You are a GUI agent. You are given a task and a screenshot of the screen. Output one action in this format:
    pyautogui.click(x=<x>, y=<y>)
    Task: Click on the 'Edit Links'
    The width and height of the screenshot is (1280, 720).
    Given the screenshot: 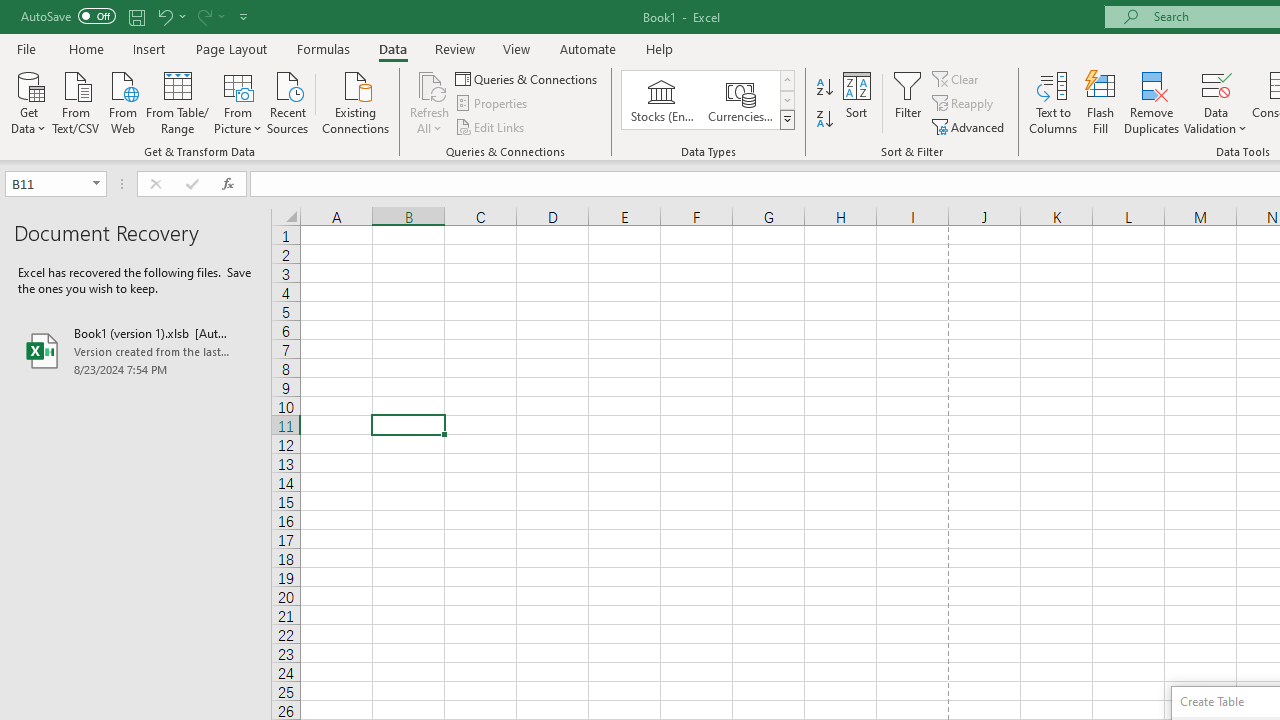 What is the action you would take?
    pyautogui.click(x=491, y=127)
    